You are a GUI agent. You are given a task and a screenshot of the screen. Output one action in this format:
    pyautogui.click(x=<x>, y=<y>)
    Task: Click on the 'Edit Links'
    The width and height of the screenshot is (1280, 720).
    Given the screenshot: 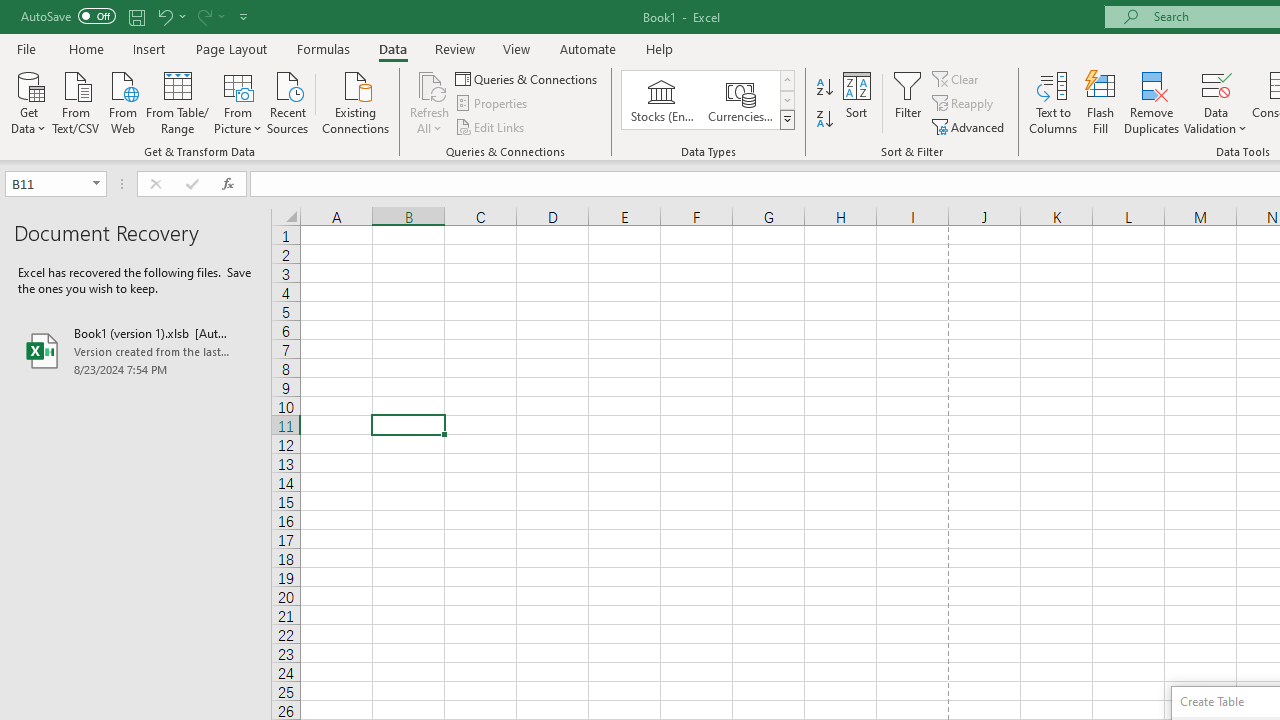 What is the action you would take?
    pyautogui.click(x=491, y=127)
    